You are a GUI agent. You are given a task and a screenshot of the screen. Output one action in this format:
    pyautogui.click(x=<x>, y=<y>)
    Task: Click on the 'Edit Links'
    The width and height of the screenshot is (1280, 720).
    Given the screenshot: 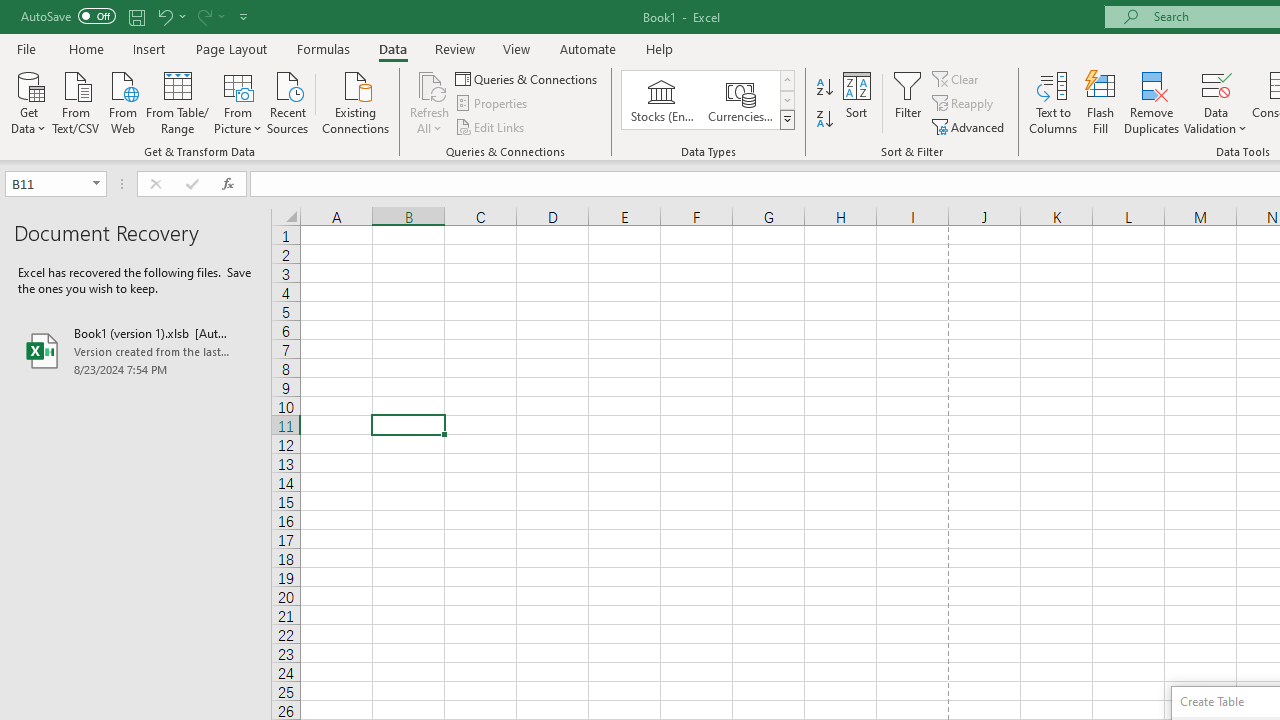 What is the action you would take?
    pyautogui.click(x=491, y=127)
    